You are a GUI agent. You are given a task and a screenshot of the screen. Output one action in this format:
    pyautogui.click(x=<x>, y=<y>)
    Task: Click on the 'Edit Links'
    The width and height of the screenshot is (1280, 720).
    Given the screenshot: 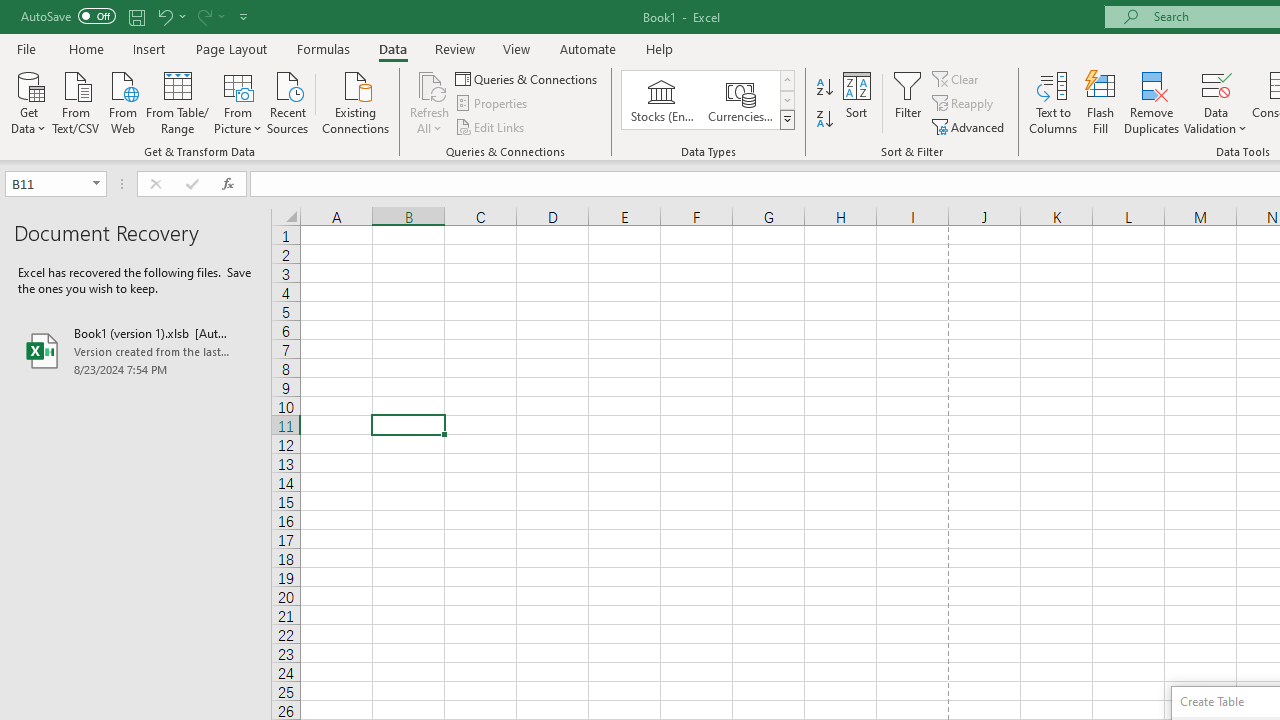 What is the action you would take?
    pyautogui.click(x=491, y=127)
    